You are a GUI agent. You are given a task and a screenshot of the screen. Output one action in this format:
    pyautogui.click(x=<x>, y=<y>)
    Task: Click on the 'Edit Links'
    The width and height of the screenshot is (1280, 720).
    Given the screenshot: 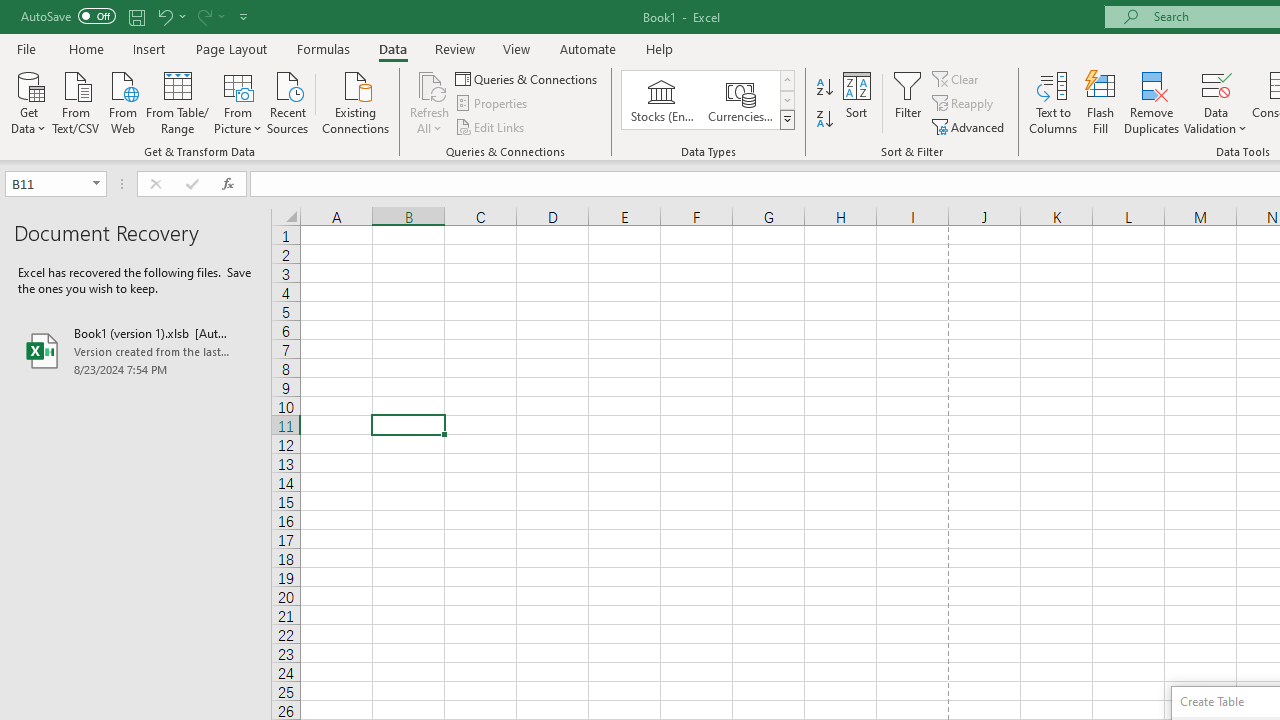 What is the action you would take?
    pyautogui.click(x=491, y=127)
    